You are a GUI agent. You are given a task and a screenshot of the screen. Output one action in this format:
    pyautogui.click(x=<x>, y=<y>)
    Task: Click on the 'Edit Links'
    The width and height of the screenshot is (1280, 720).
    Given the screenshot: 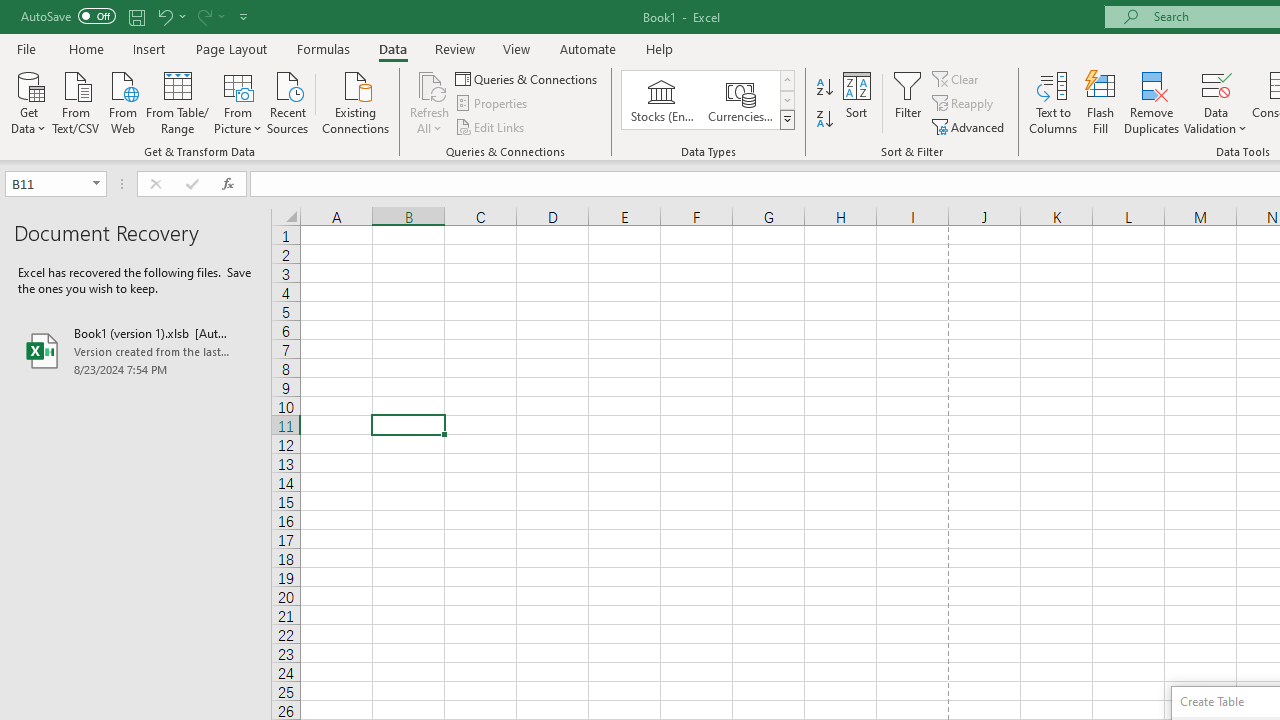 What is the action you would take?
    pyautogui.click(x=491, y=127)
    